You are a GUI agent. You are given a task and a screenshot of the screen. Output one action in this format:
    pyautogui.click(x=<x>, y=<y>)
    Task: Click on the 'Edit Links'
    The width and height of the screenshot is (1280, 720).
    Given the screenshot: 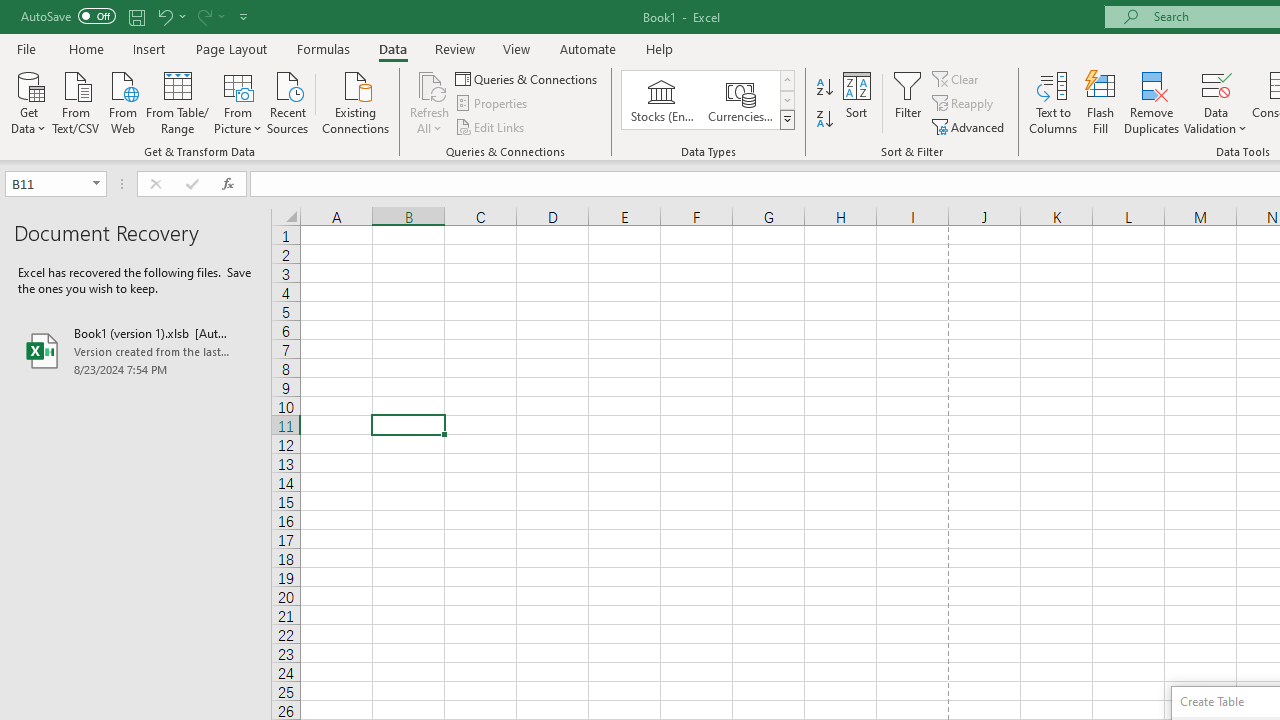 What is the action you would take?
    pyautogui.click(x=491, y=127)
    